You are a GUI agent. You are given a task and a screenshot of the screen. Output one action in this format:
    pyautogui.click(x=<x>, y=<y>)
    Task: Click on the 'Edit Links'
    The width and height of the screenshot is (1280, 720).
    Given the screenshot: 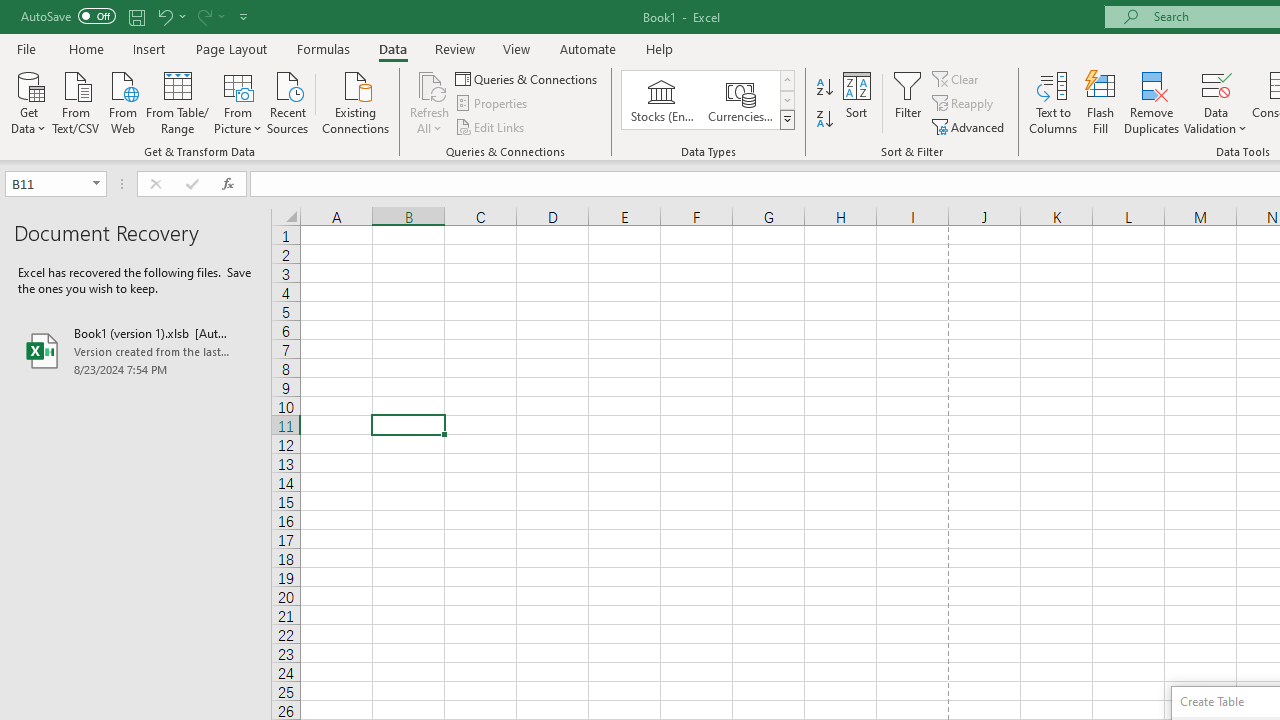 What is the action you would take?
    pyautogui.click(x=491, y=127)
    